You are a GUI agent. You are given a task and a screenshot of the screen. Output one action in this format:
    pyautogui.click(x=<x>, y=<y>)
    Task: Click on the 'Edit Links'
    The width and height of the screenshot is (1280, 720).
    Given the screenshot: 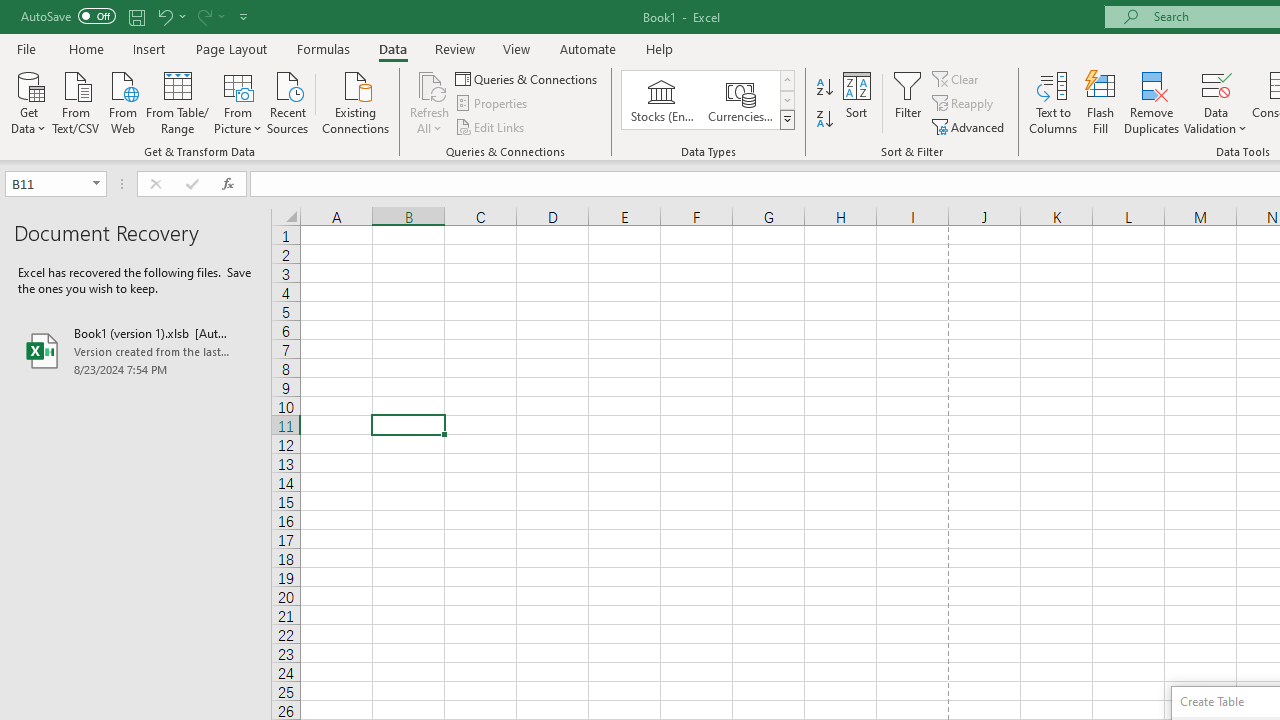 What is the action you would take?
    pyautogui.click(x=491, y=127)
    